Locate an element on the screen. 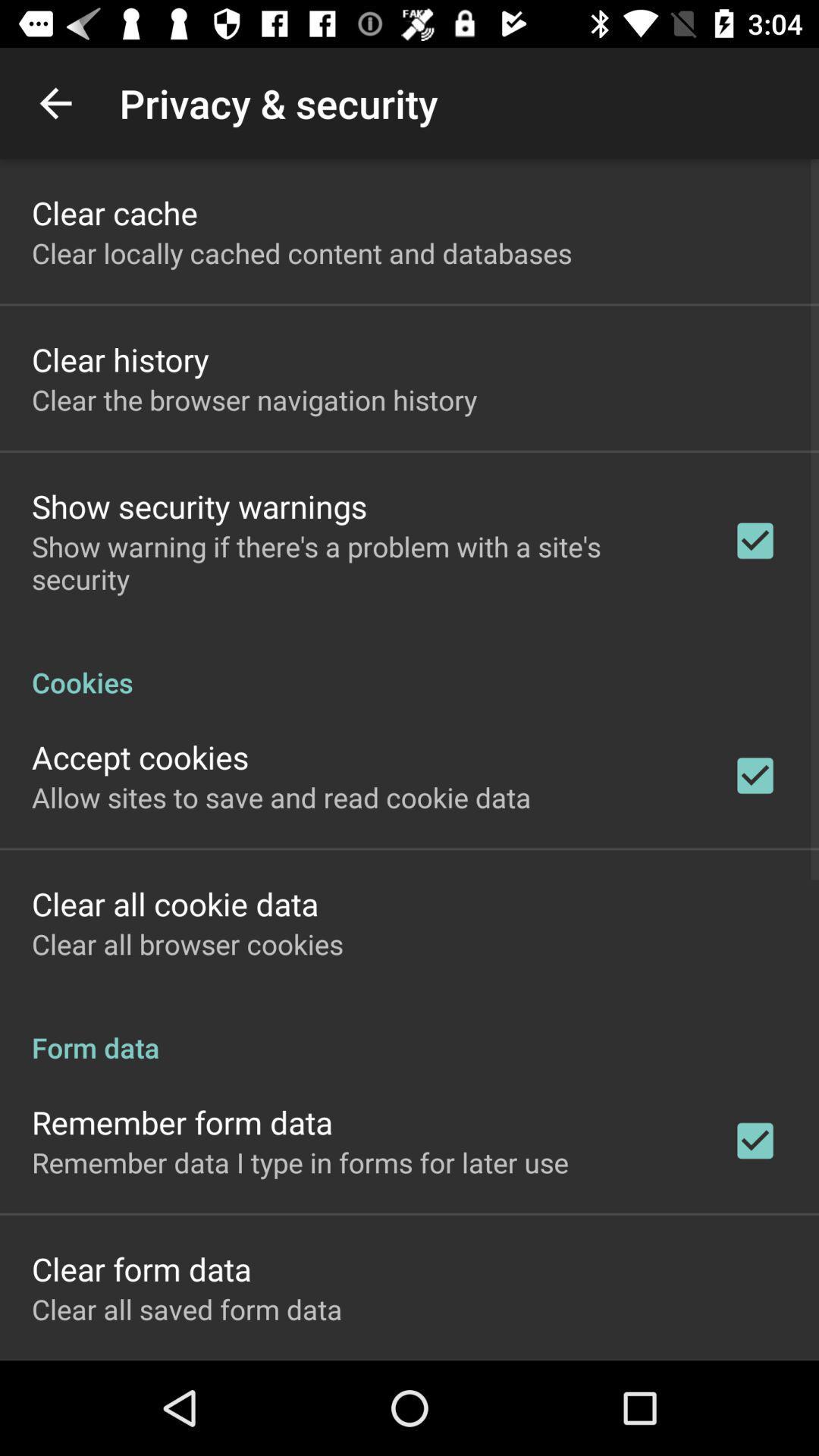 The width and height of the screenshot is (819, 1456). clear locally cached is located at coordinates (302, 253).